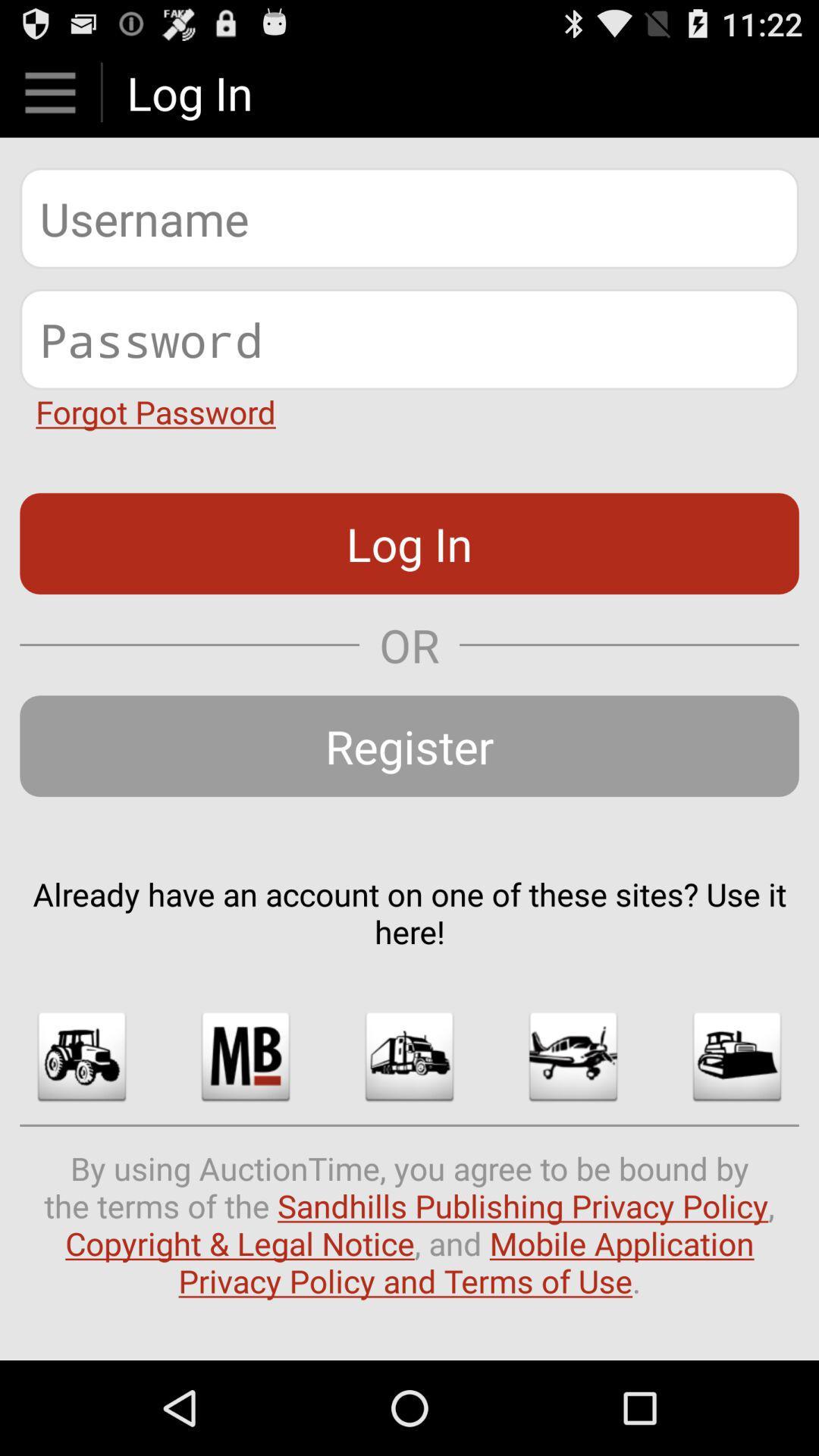  What do you see at coordinates (82, 1056) in the screenshot?
I see `item below the already have an icon` at bounding box center [82, 1056].